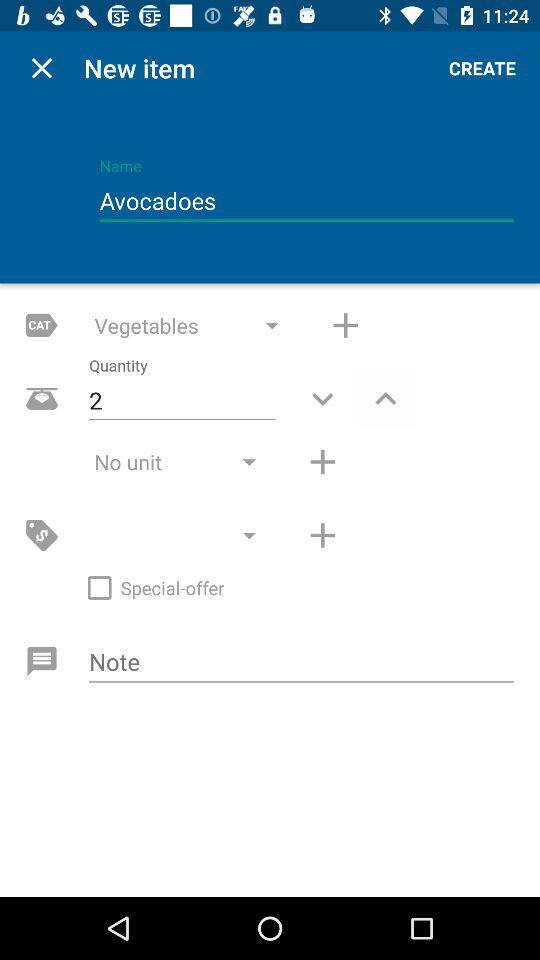 The width and height of the screenshot is (540, 960). Describe the element at coordinates (42, 68) in the screenshot. I see `current item` at that location.